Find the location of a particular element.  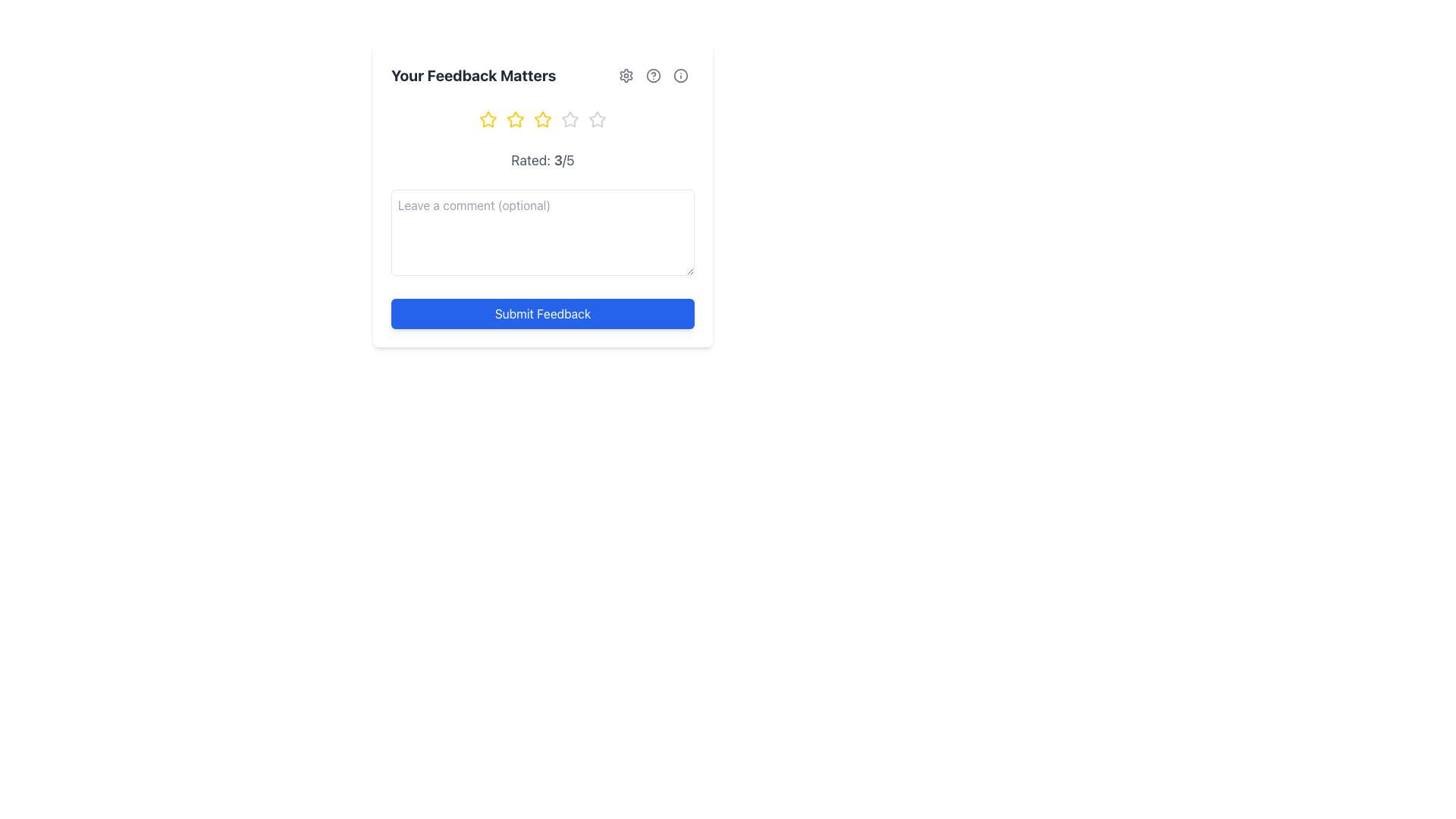

the circular information button with a hollow center and 'i' symbol, located in the top right corner of the feedback card is located at coordinates (679, 76).